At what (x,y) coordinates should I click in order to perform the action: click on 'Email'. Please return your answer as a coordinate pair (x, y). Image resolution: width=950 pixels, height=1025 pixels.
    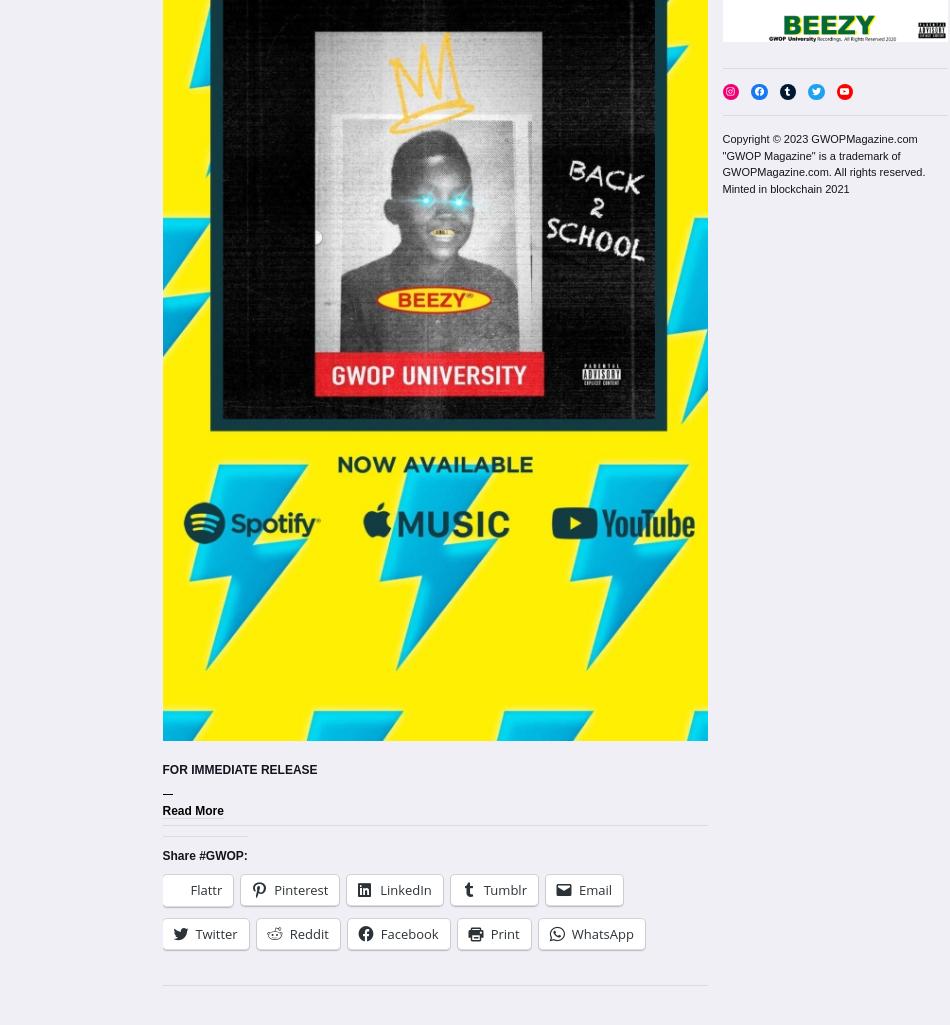
    Looking at the image, I should click on (594, 889).